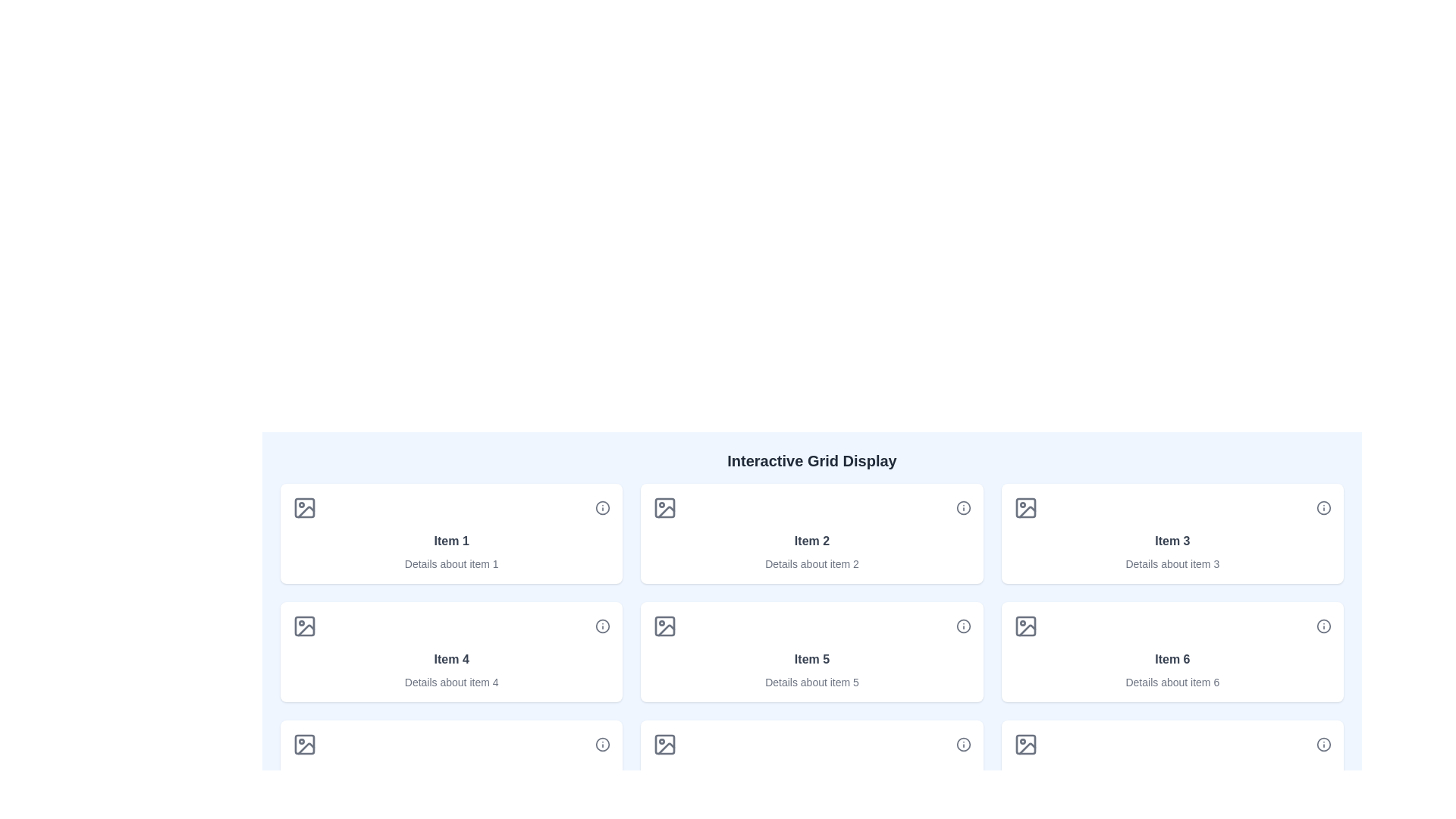 The width and height of the screenshot is (1456, 819). Describe the element at coordinates (665, 626) in the screenshot. I see `the stylized image thumbnail icon with a magnifying glass overlay located in the grid at position 'Item 5' in the second row and third column` at that location.